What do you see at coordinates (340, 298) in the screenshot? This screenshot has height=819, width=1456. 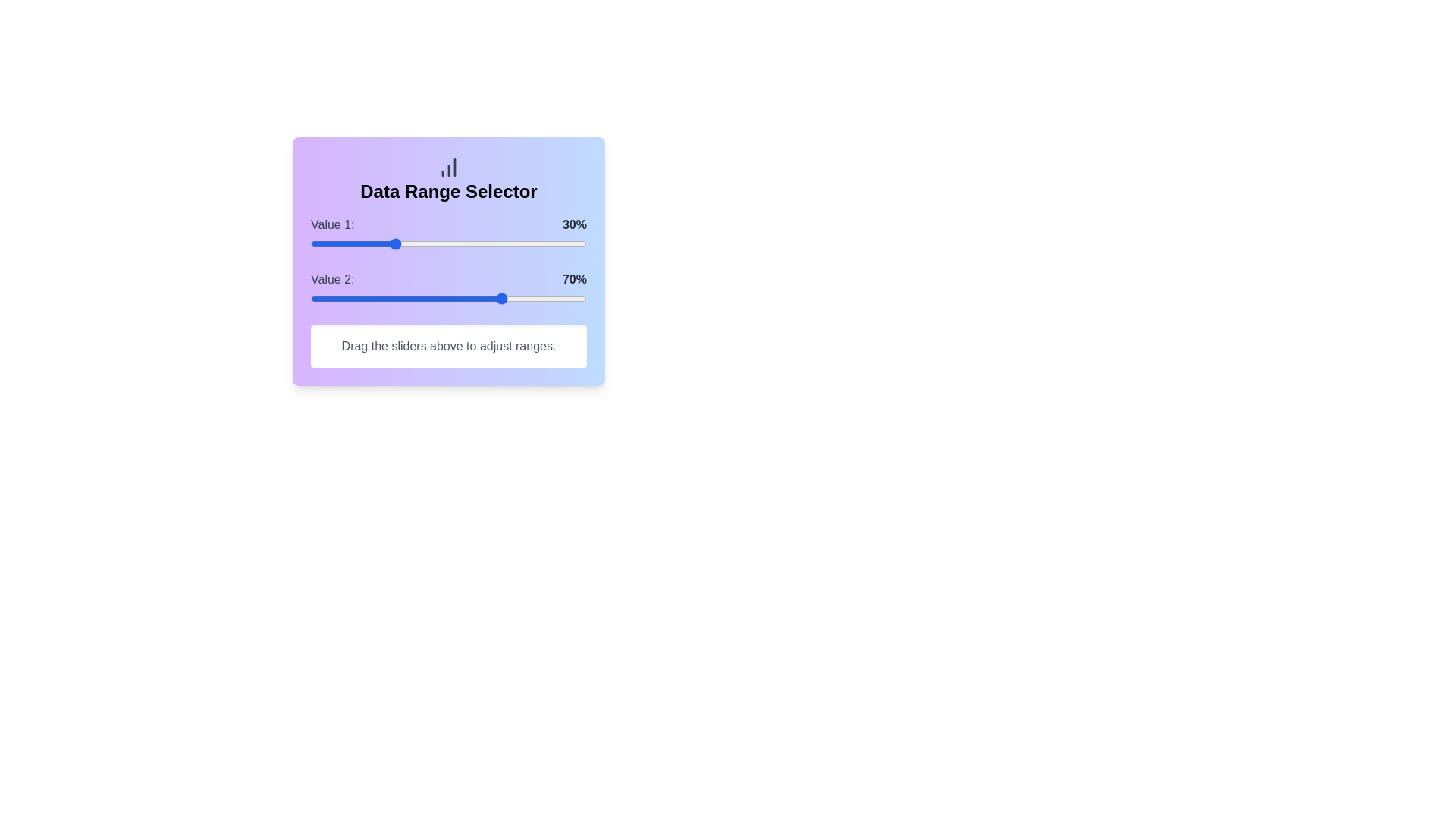 I see `the Value 2 slider to 11%` at bounding box center [340, 298].